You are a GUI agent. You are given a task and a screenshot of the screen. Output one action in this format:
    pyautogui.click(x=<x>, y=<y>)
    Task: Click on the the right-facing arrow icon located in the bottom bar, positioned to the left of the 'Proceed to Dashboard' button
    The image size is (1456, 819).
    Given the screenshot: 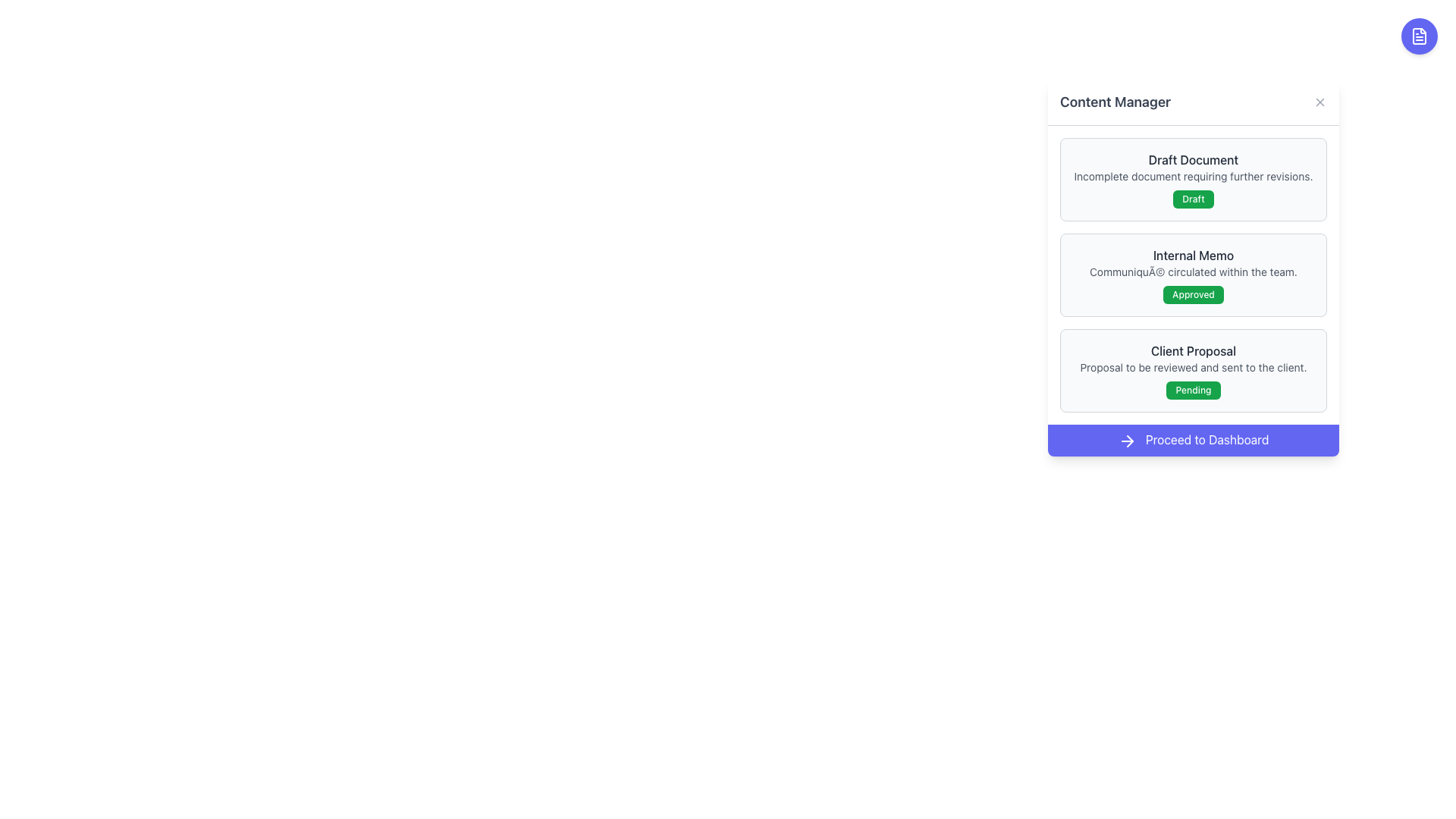 What is the action you would take?
    pyautogui.click(x=1130, y=441)
    